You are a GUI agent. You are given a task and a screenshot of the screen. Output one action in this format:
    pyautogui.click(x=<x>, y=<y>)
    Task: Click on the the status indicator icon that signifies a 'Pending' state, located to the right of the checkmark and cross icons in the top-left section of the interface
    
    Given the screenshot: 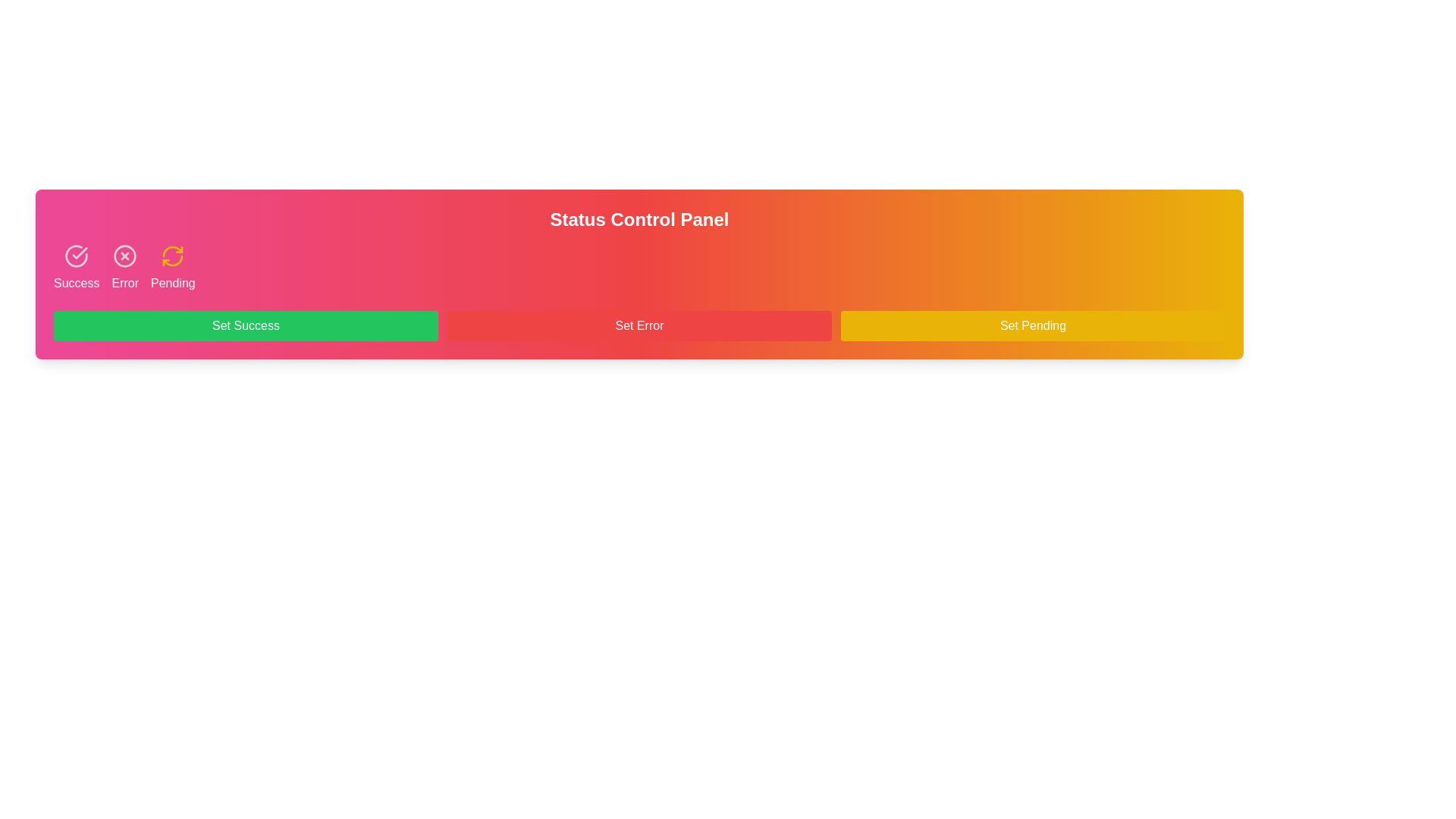 What is the action you would take?
    pyautogui.click(x=173, y=256)
    